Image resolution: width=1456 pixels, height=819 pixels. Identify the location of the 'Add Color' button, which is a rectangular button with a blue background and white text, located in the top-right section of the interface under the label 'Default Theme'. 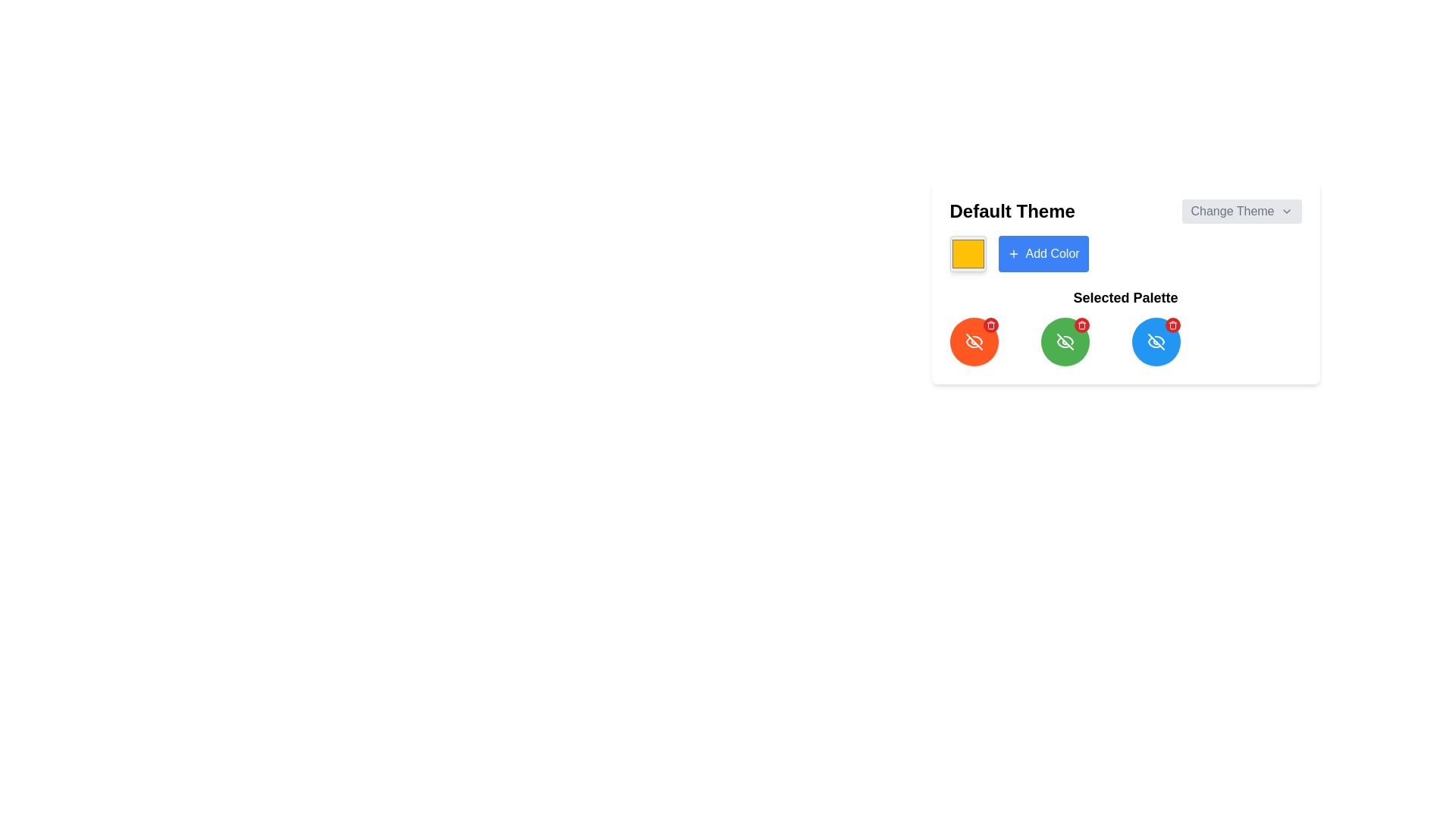
(1043, 253).